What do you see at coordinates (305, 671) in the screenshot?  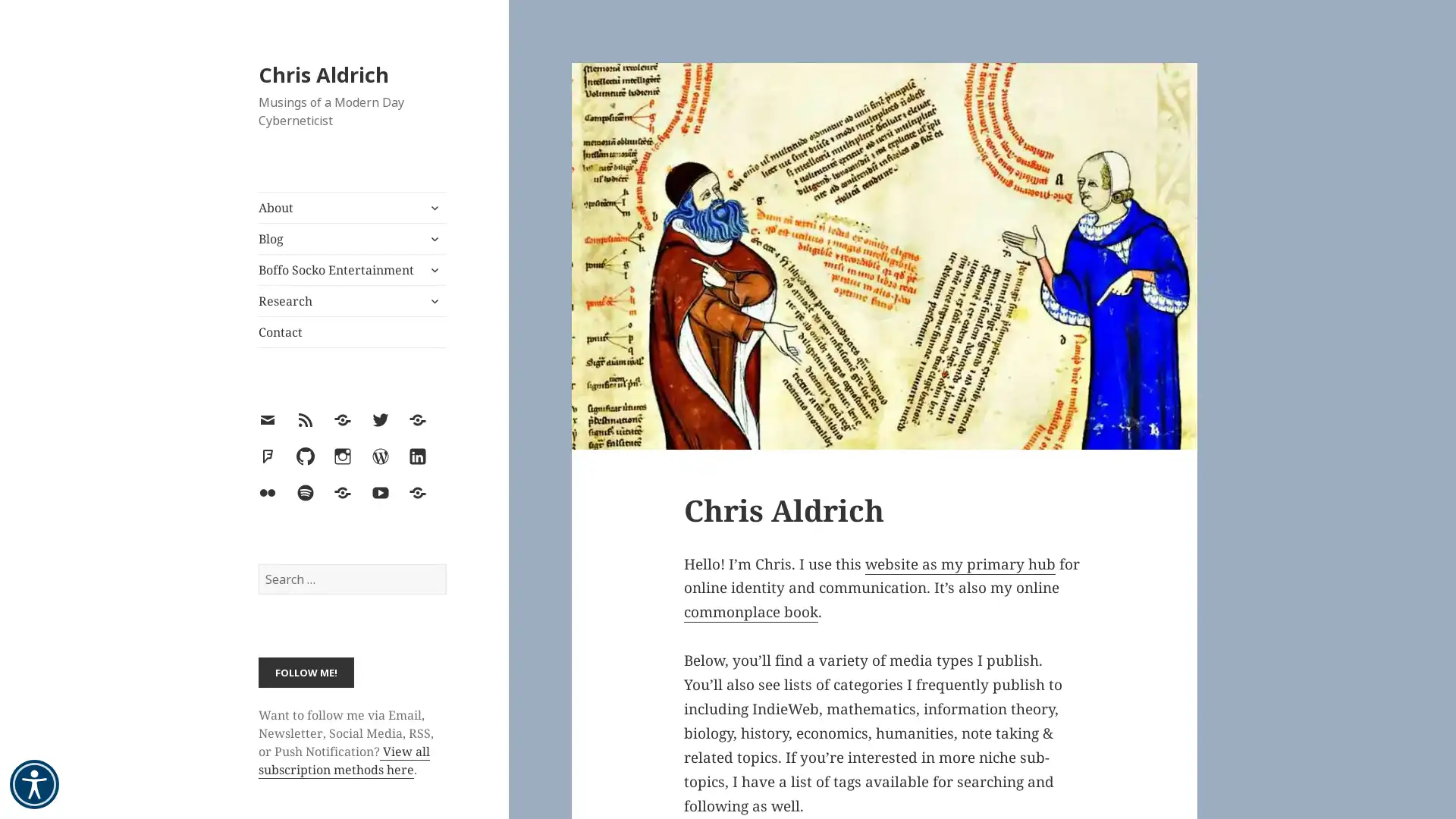 I see `Follow Me!` at bounding box center [305, 671].